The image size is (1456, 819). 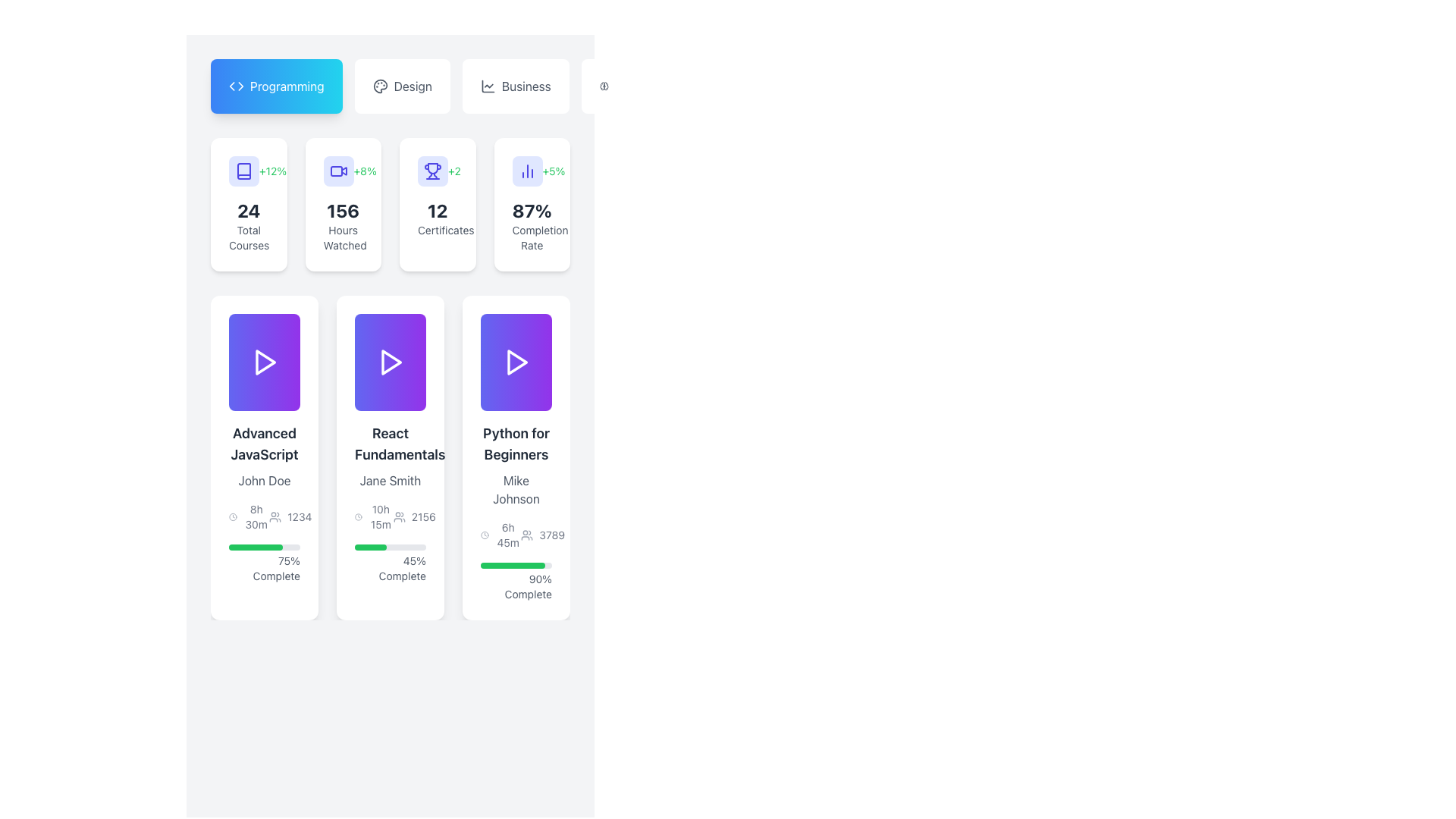 What do you see at coordinates (437, 231) in the screenshot?
I see `the text label displaying 'Certificates' which is located within a gray card structure, positioned below the number '12'` at bounding box center [437, 231].